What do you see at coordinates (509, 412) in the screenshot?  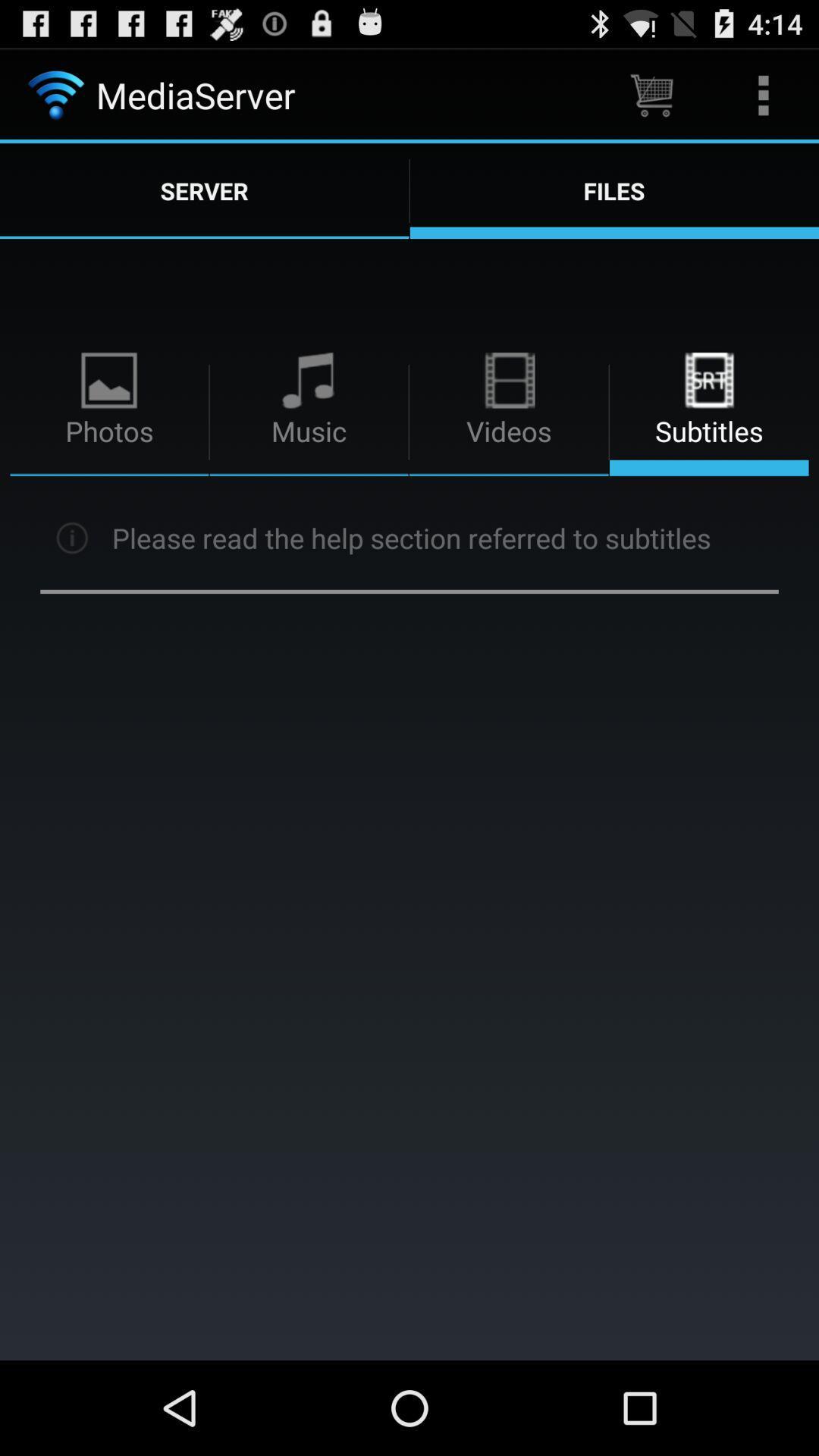 I see `option videos on page` at bounding box center [509, 412].